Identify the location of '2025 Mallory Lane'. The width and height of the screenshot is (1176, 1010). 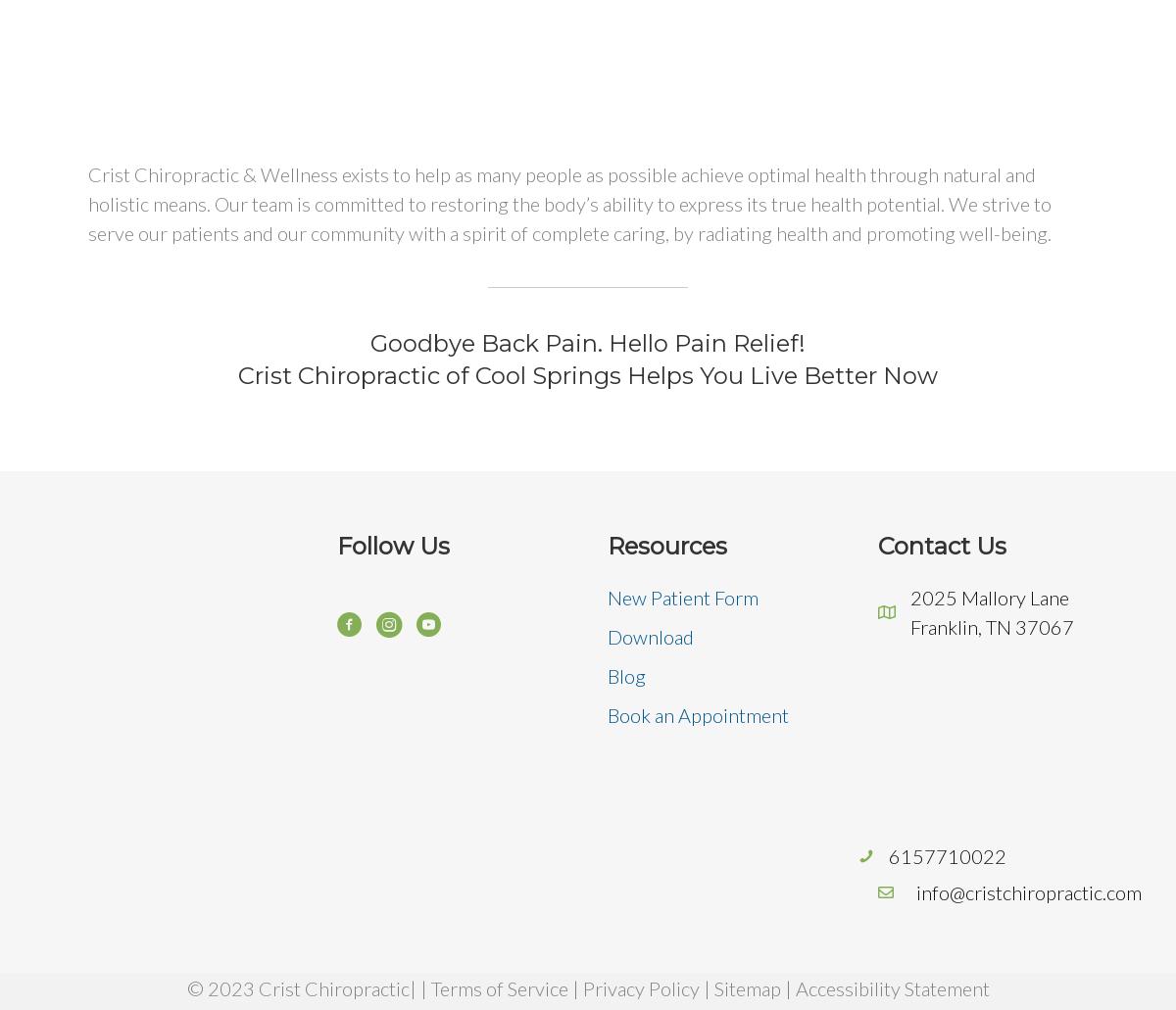
(910, 596).